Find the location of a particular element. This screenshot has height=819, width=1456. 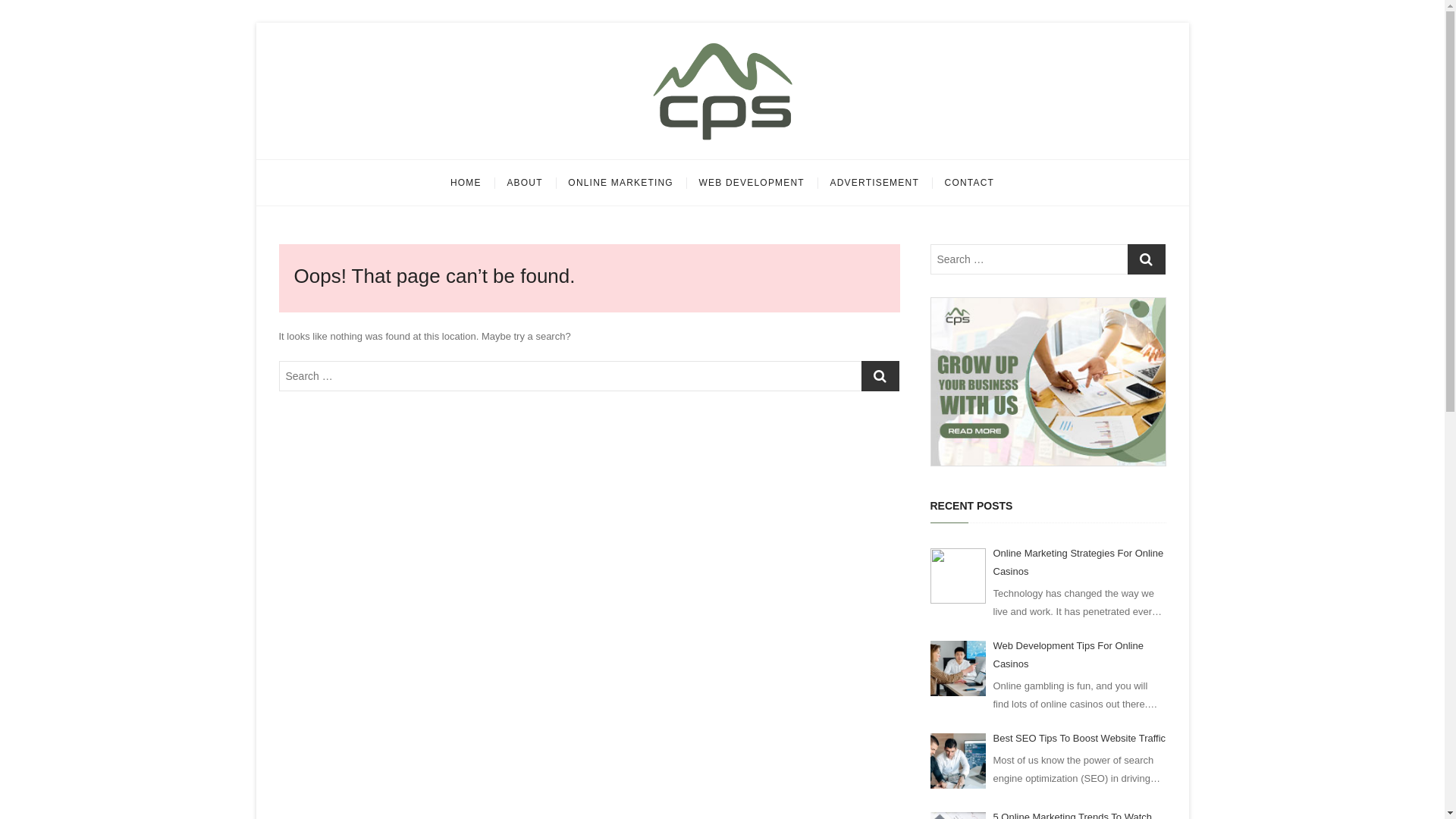

'WEB DEVELOPMENT' is located at coordinates (752, 181).